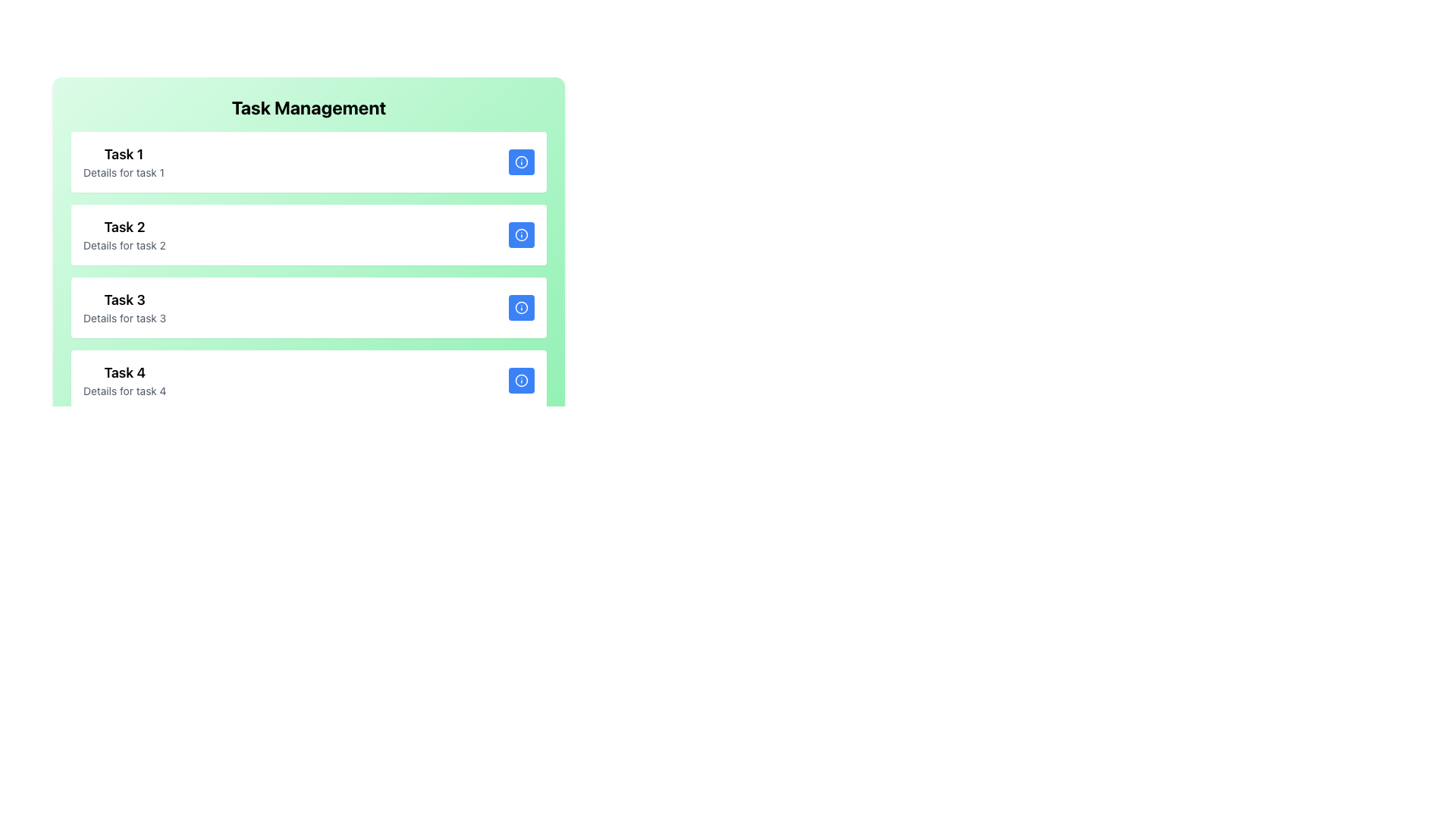 The width and height of the screenshot is (1456, 819). Describe the element at coordinates (521, 379) in the screenshot. I see `the information icon located in the button of the fourth task element in the task list interface, positioned at the bottom right corner of the task's entry` at that location.